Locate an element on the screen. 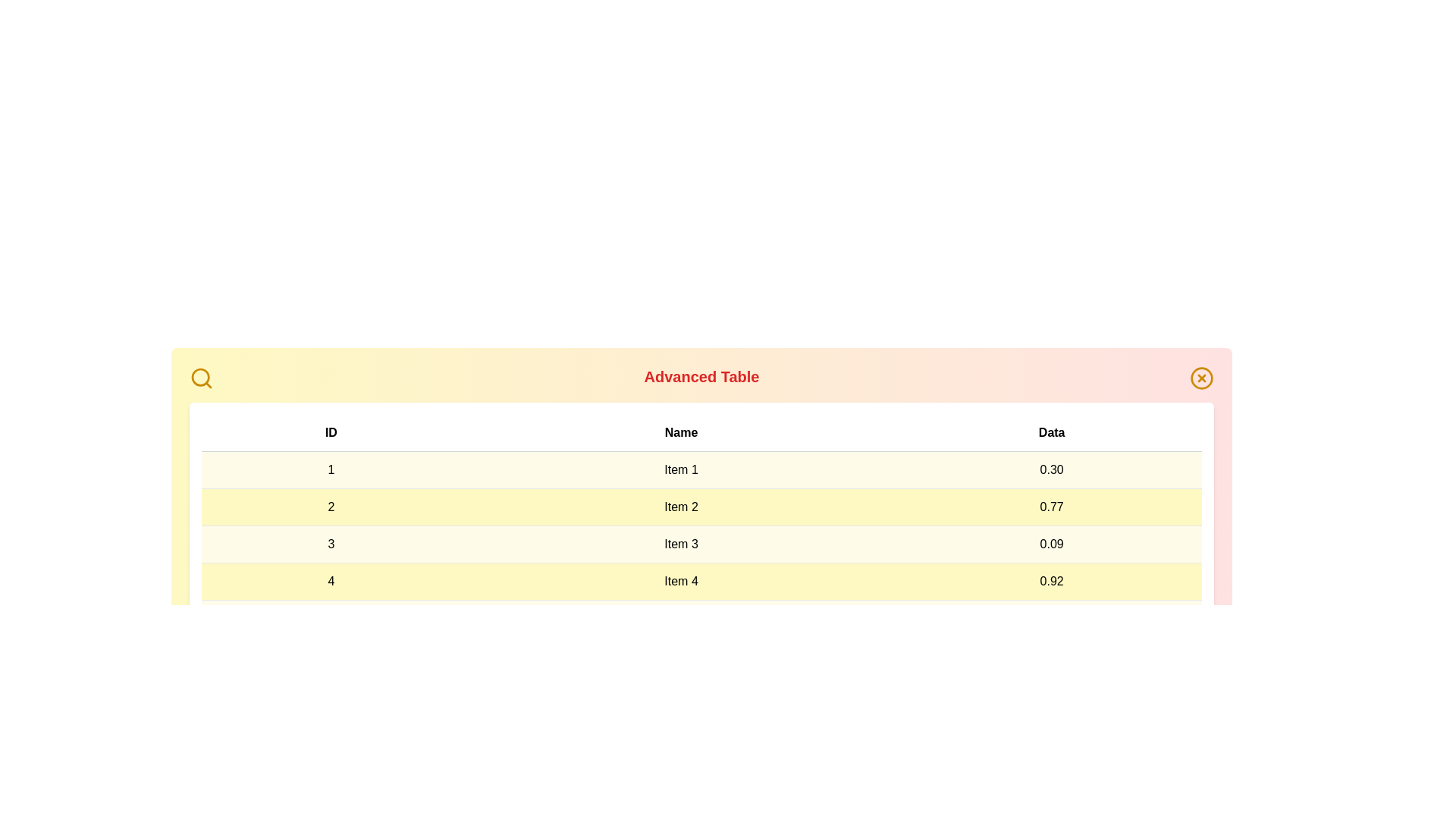 This screenshot has width=1456, height=819. the row corresponding to 1 is located at coordinates (701, 469).